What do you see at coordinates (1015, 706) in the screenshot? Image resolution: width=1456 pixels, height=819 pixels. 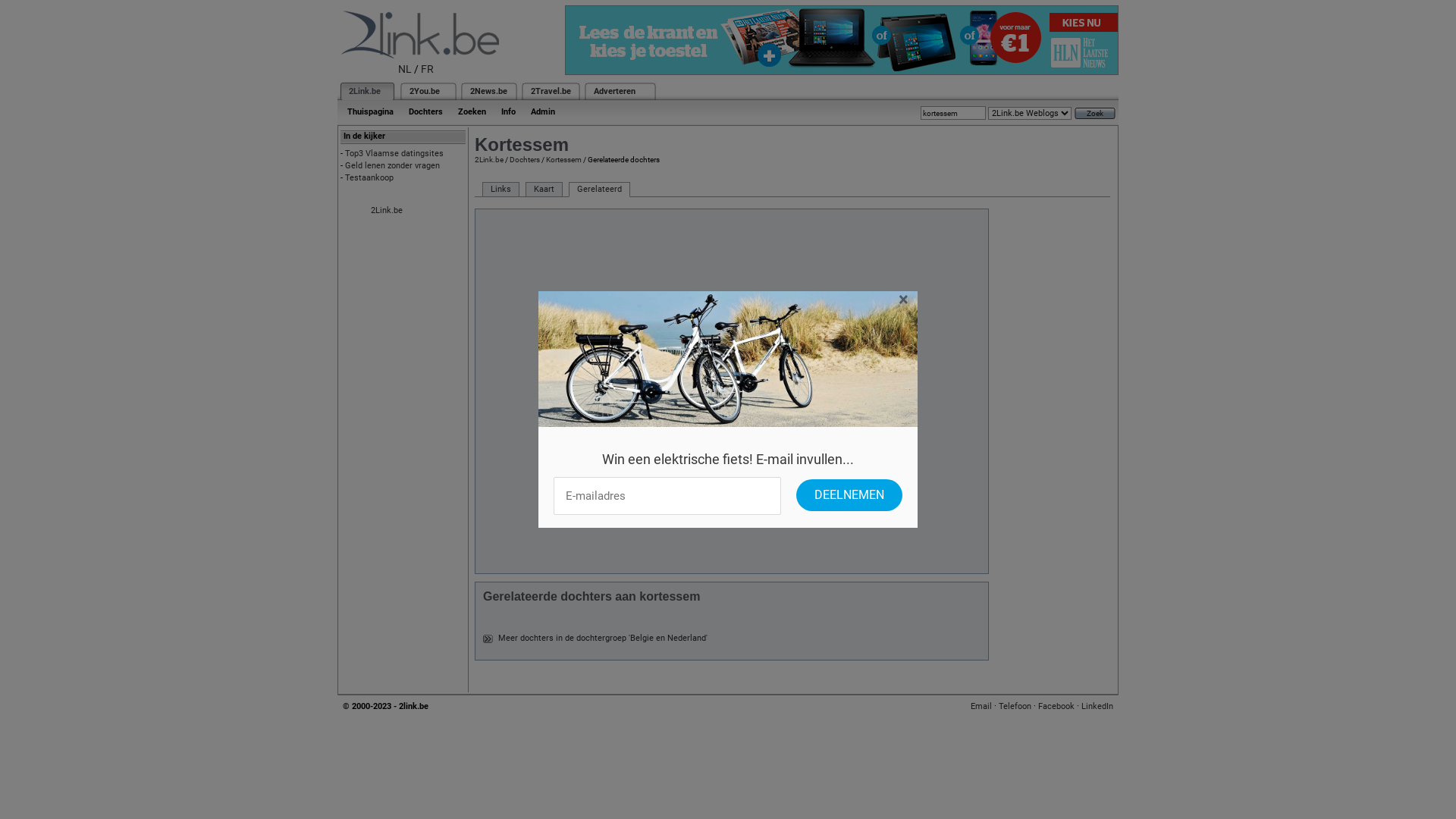 I see `'Telefoon'` at bounding box center [1015, 706].